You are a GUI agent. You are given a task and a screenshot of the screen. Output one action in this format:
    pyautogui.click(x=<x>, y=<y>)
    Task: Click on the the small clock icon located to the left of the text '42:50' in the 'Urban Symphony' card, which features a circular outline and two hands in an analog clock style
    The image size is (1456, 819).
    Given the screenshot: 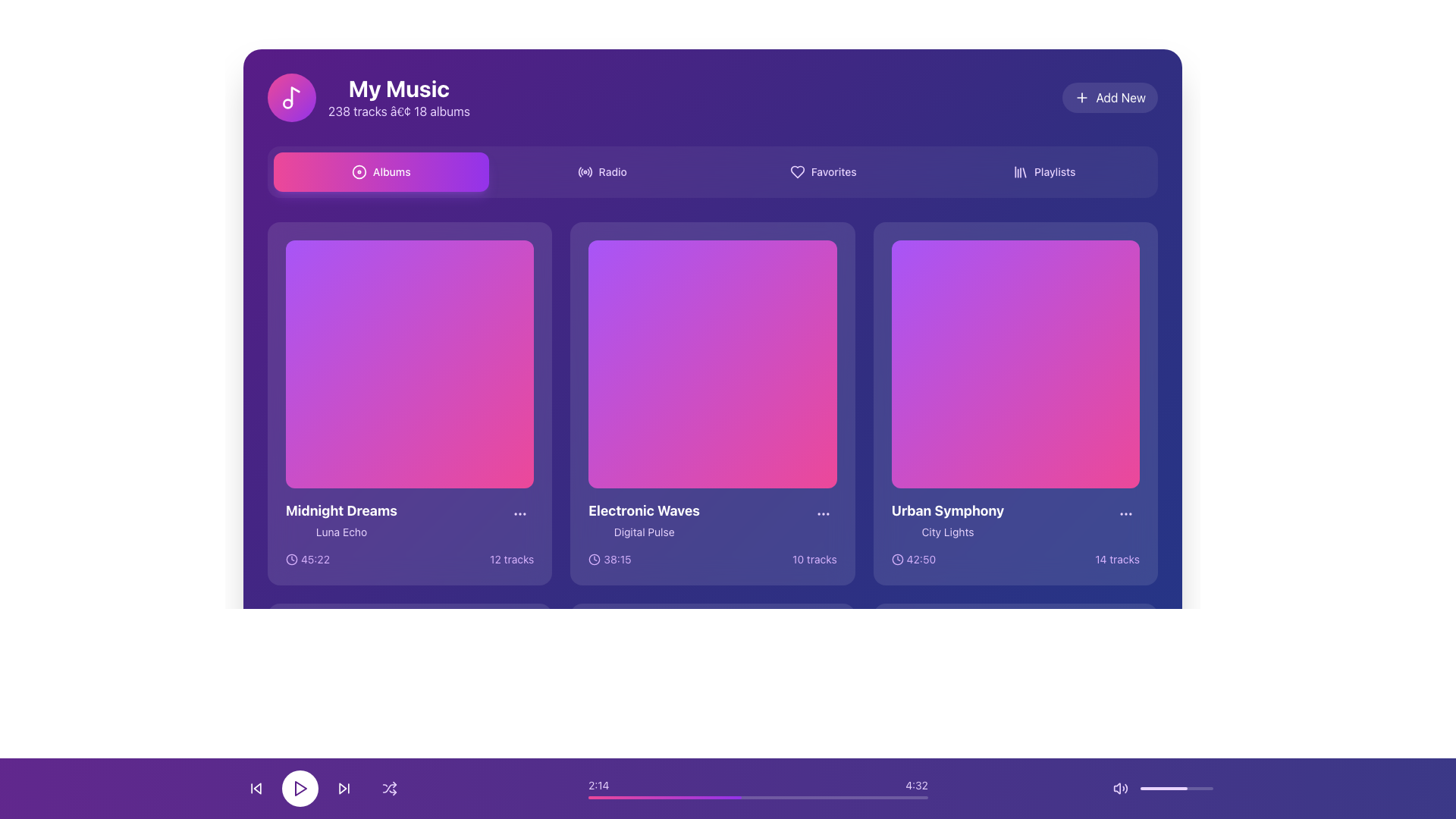 What is the action you would take?
    pyautogui.click(x=897, y=560)
    